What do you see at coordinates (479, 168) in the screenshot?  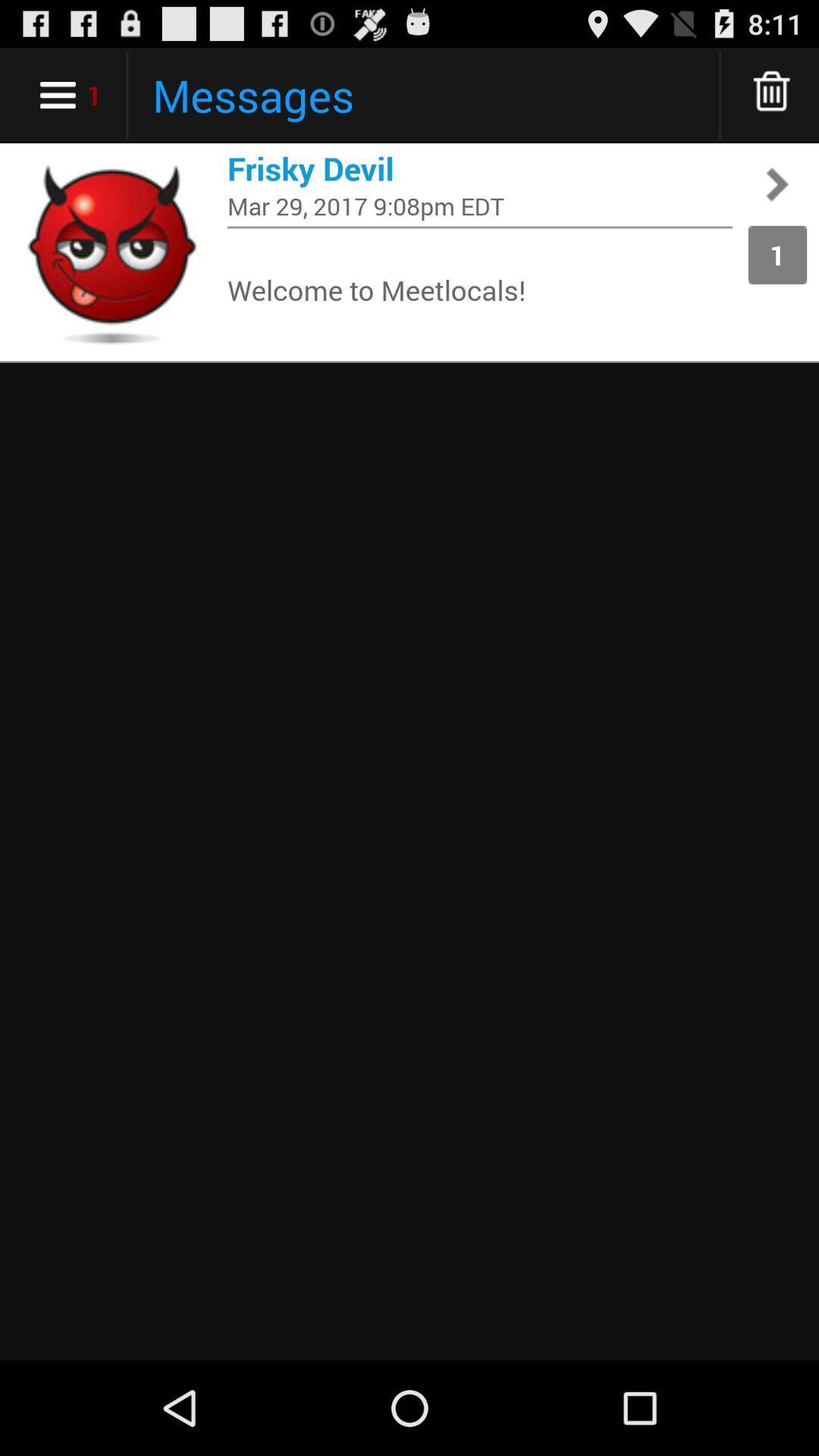 I see `frisky devil icon` at bounding box center [479, 168].